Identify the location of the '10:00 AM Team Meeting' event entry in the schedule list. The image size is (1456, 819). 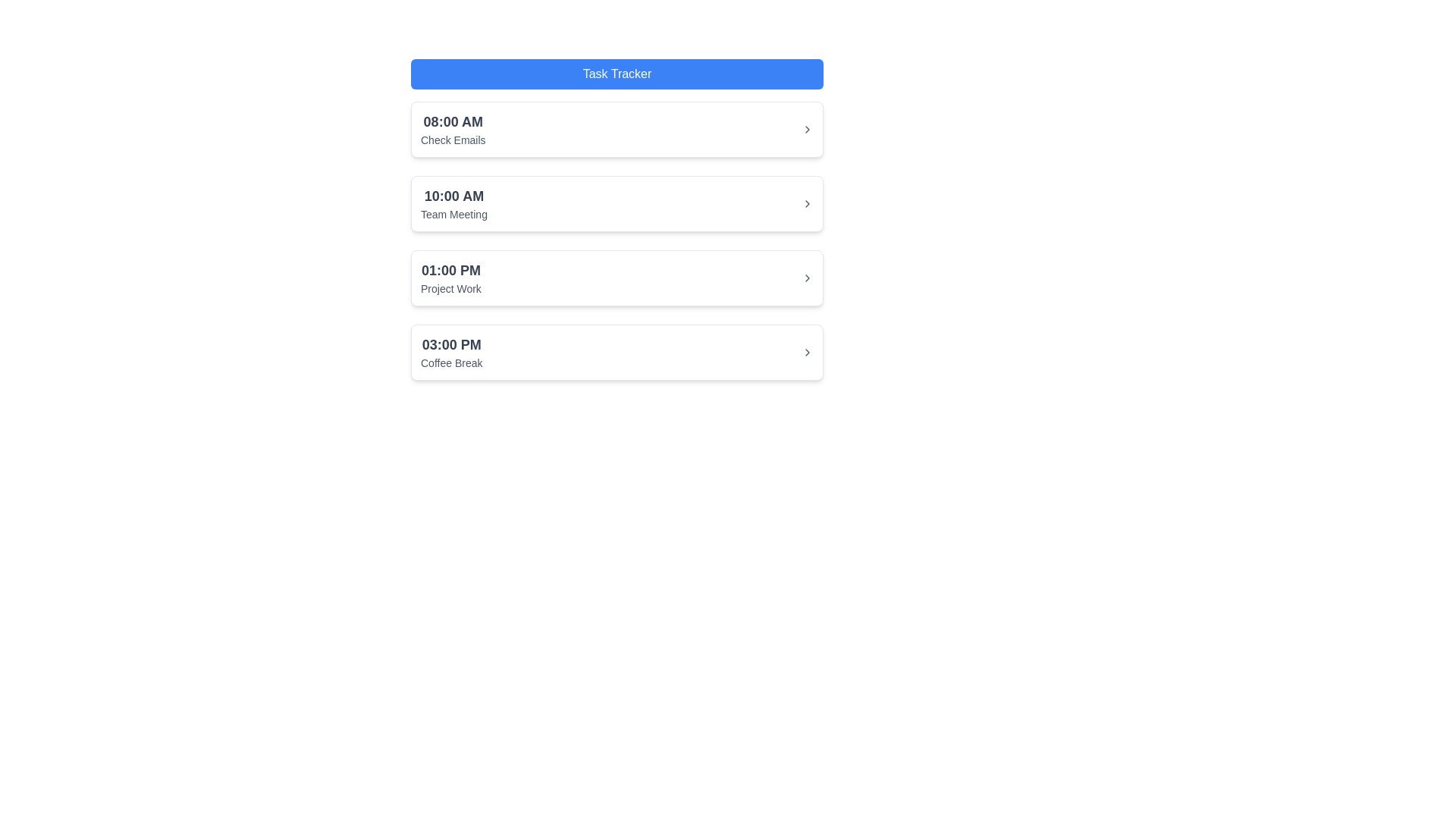
(617, 219).